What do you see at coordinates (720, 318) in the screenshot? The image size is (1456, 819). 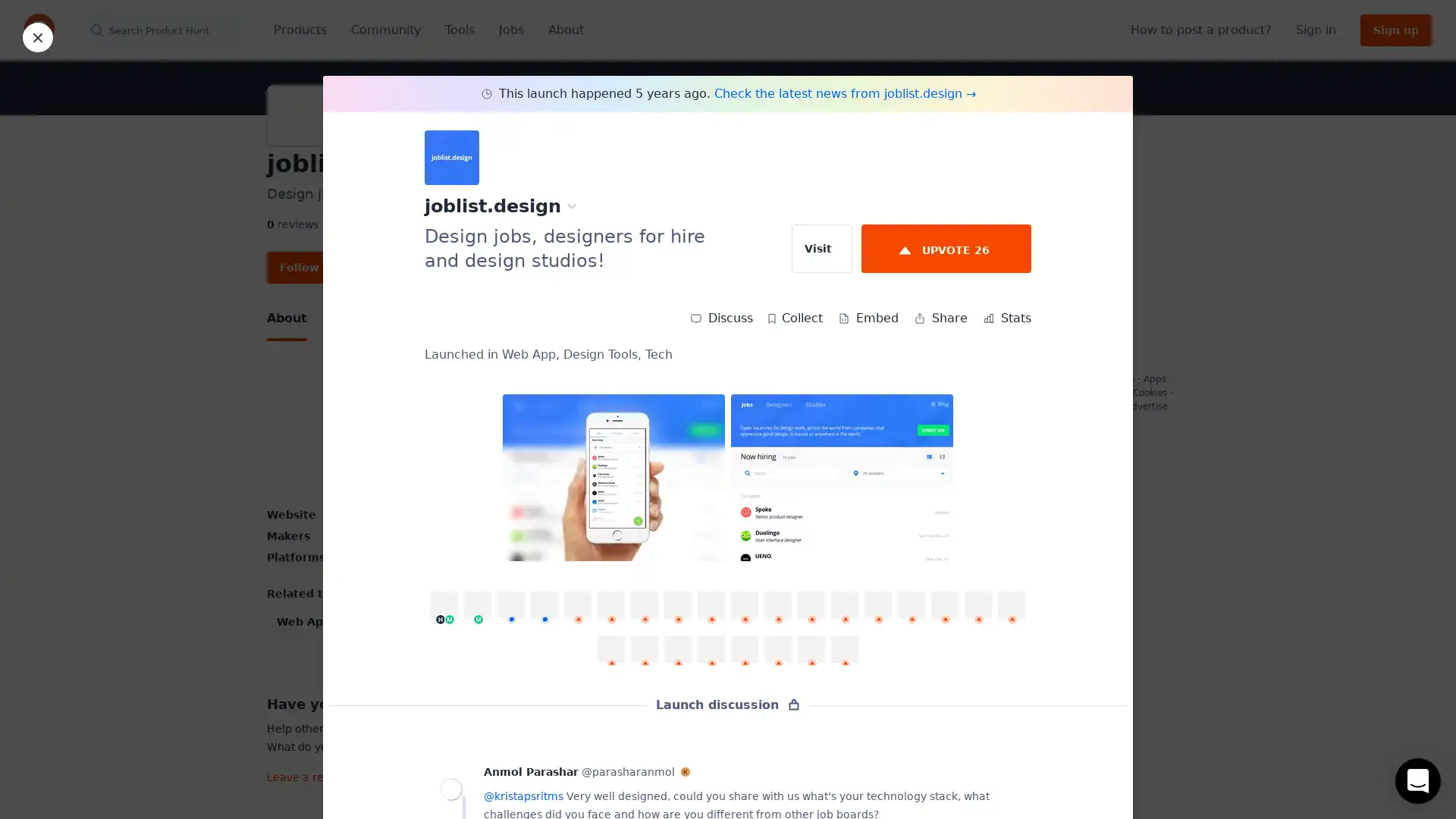 I see `Discuss` at bounding box center [720, 318].